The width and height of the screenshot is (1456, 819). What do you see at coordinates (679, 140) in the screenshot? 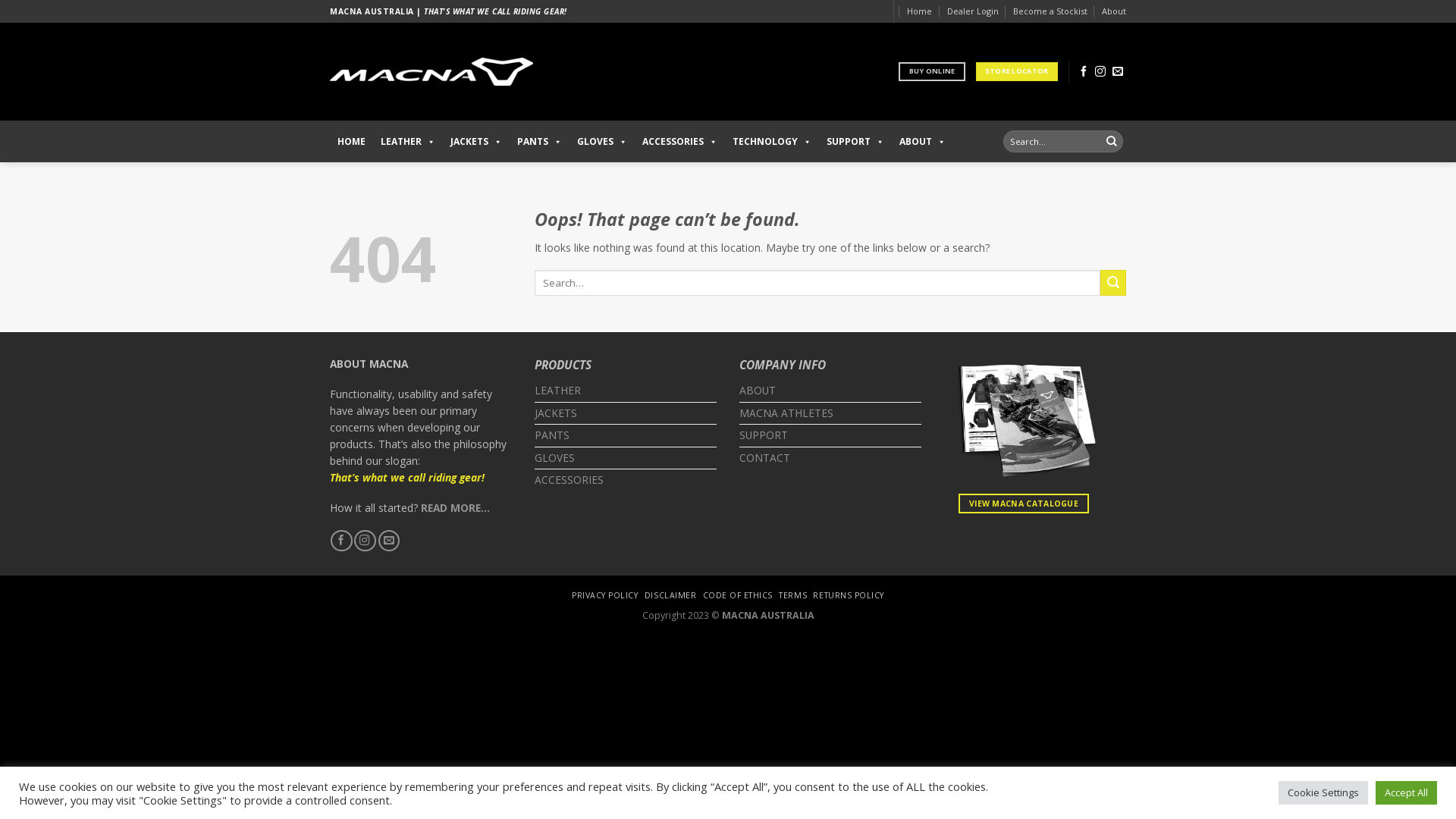
I see `'ACCESSORIES'` at bounding box center [679, 140].